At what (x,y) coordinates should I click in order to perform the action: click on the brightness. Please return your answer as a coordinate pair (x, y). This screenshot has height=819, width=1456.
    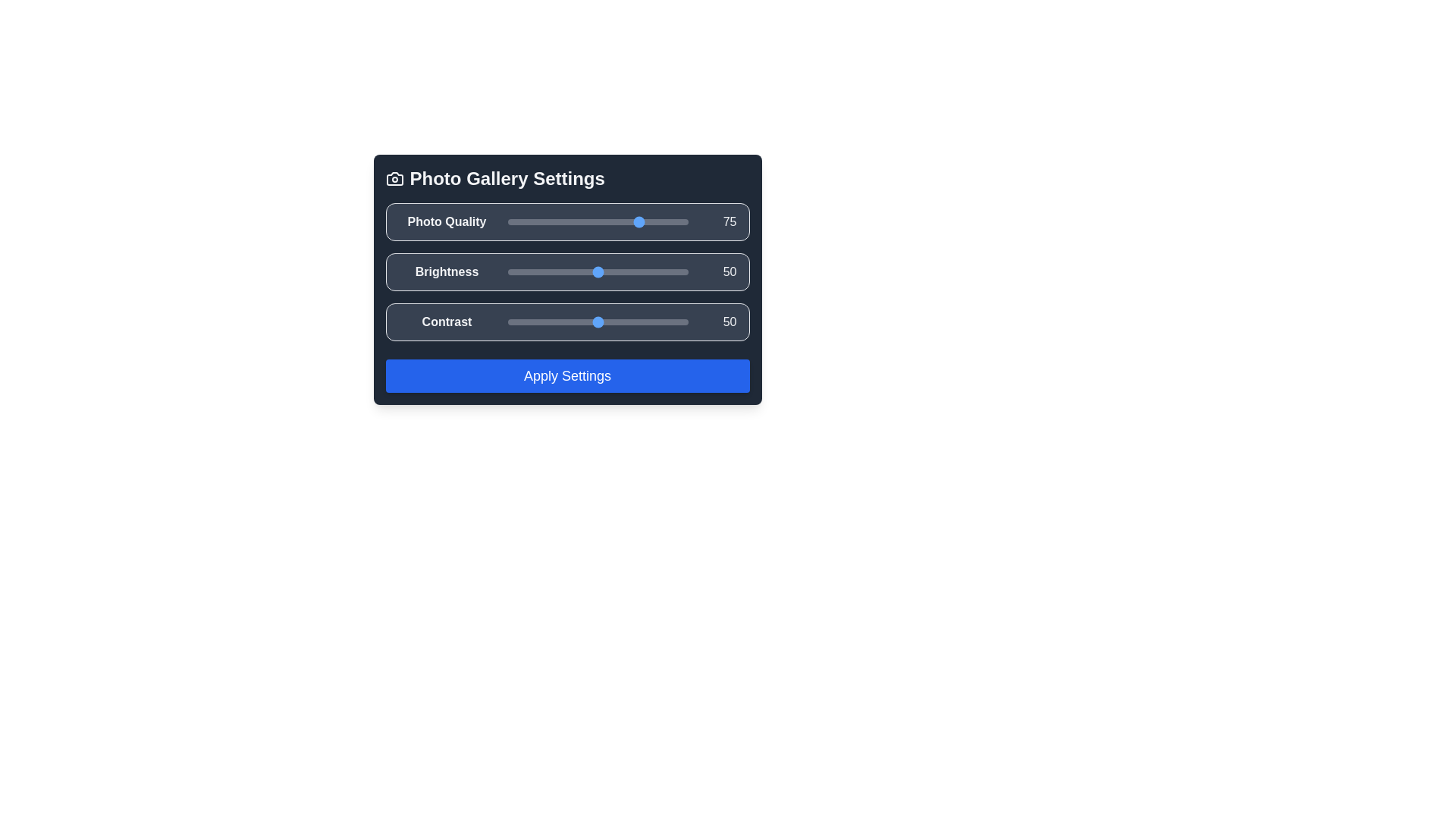
    Looking at the image, I should click on (637, 271).